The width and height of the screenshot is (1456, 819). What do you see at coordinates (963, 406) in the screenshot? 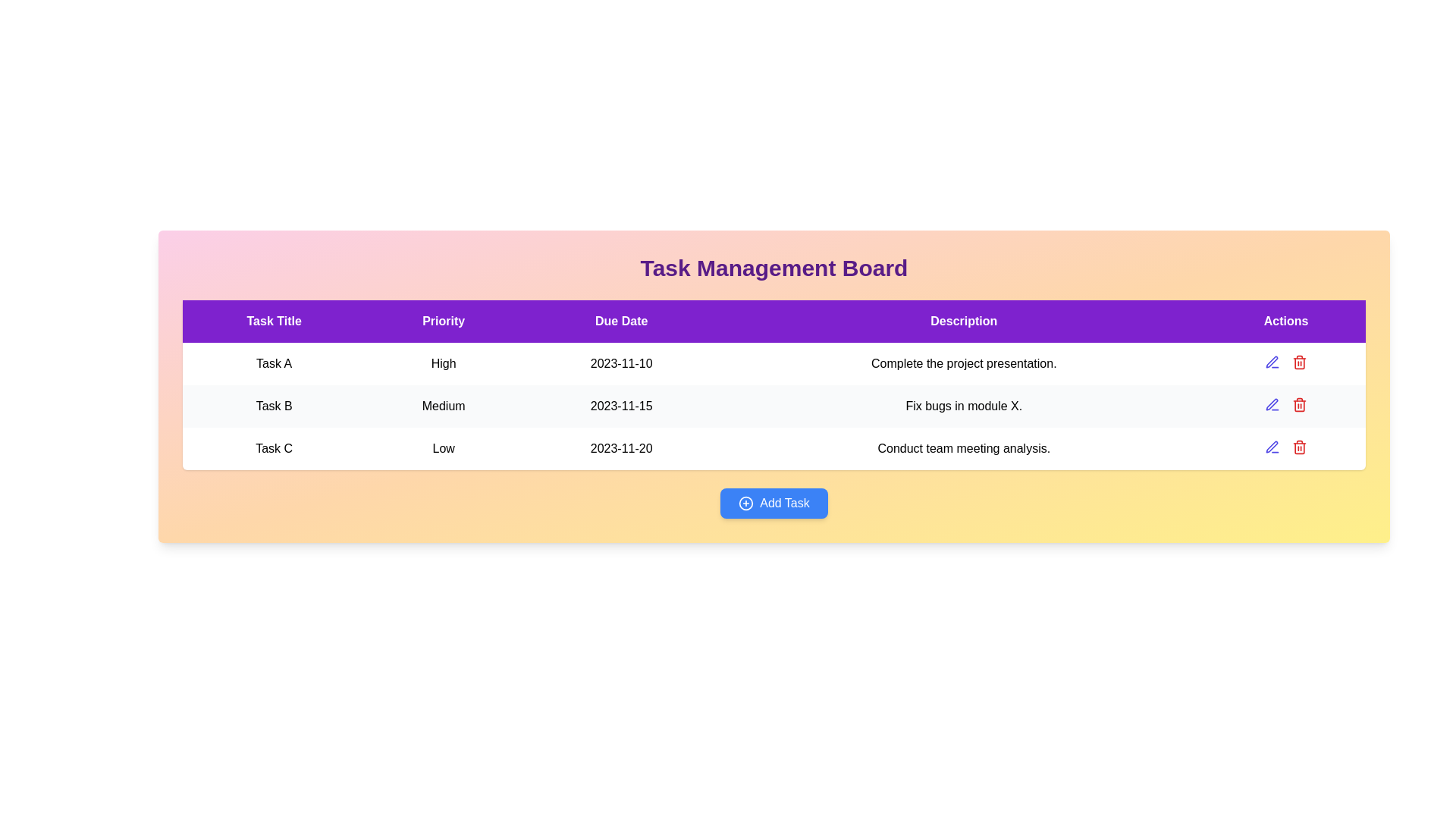
I see `the text label displaying 'Fix bugs in module X.' which is located in the fourth column of the second row of the table under the 'Description' column for 'Task B'` at bounding box center [963, 406].